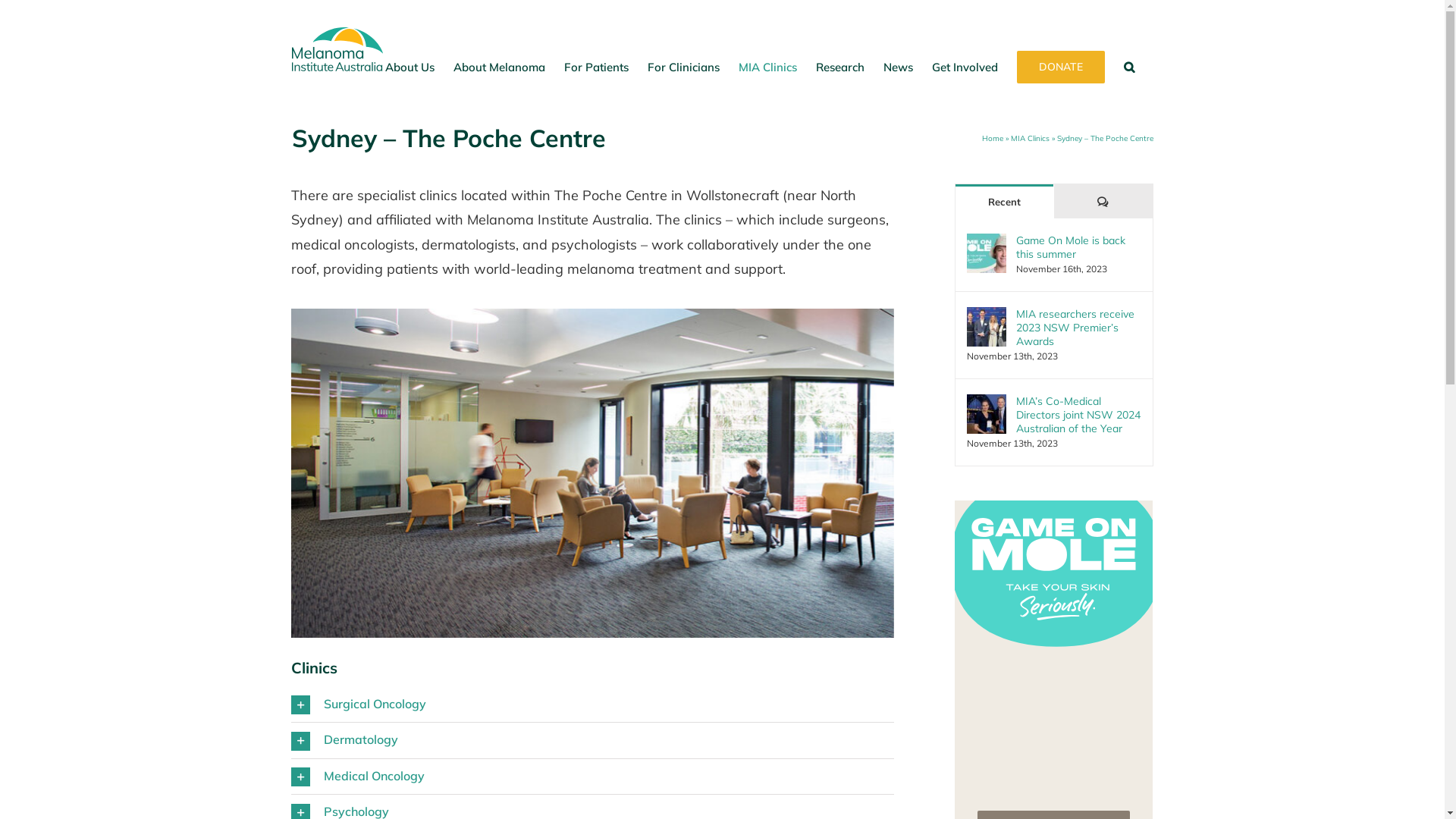 This screenshot has height=819, width=1456. I want to click on 'For Patients', so click(595, 66).